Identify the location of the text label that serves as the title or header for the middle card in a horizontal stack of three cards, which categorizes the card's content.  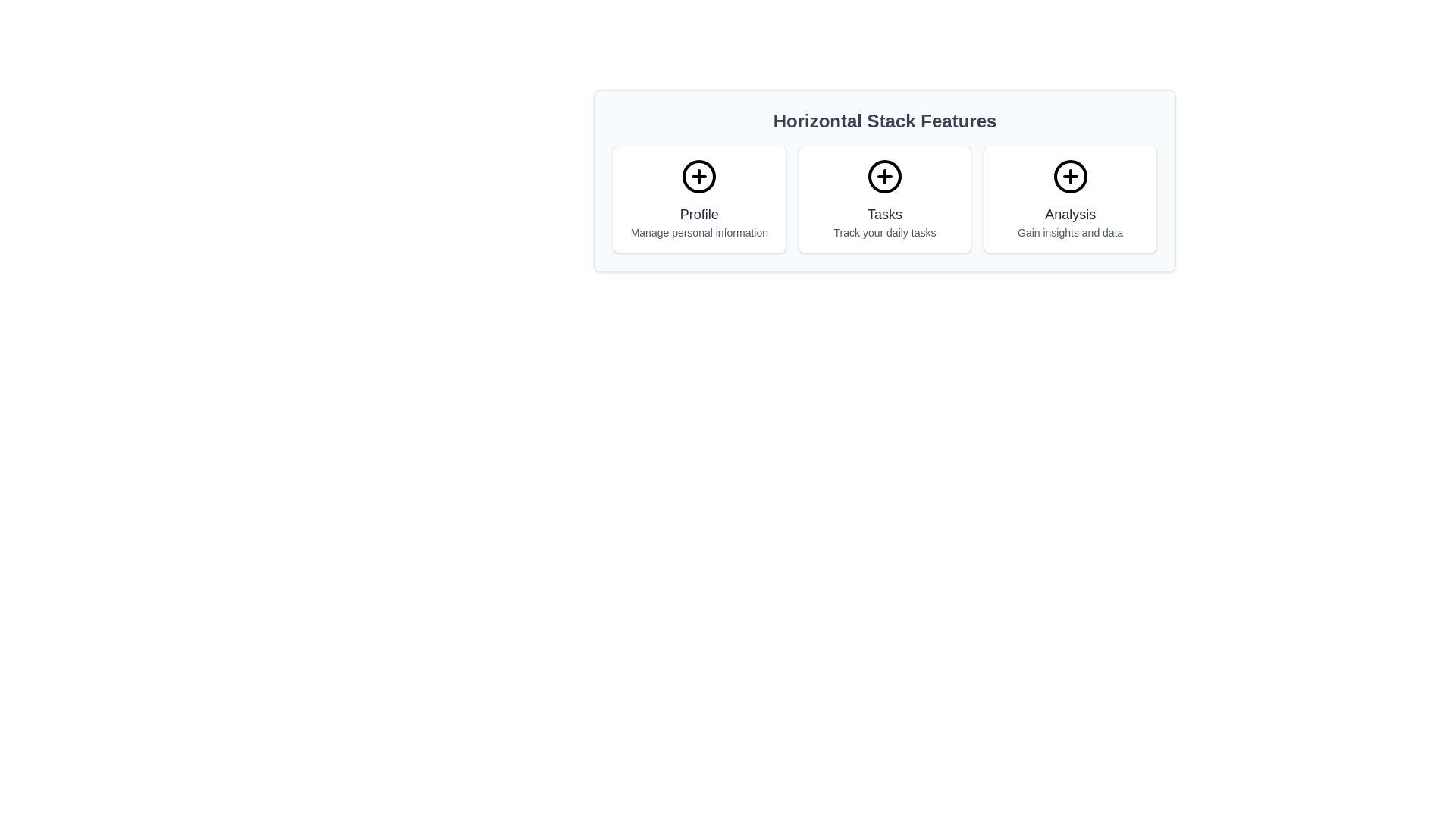
(884, 214).